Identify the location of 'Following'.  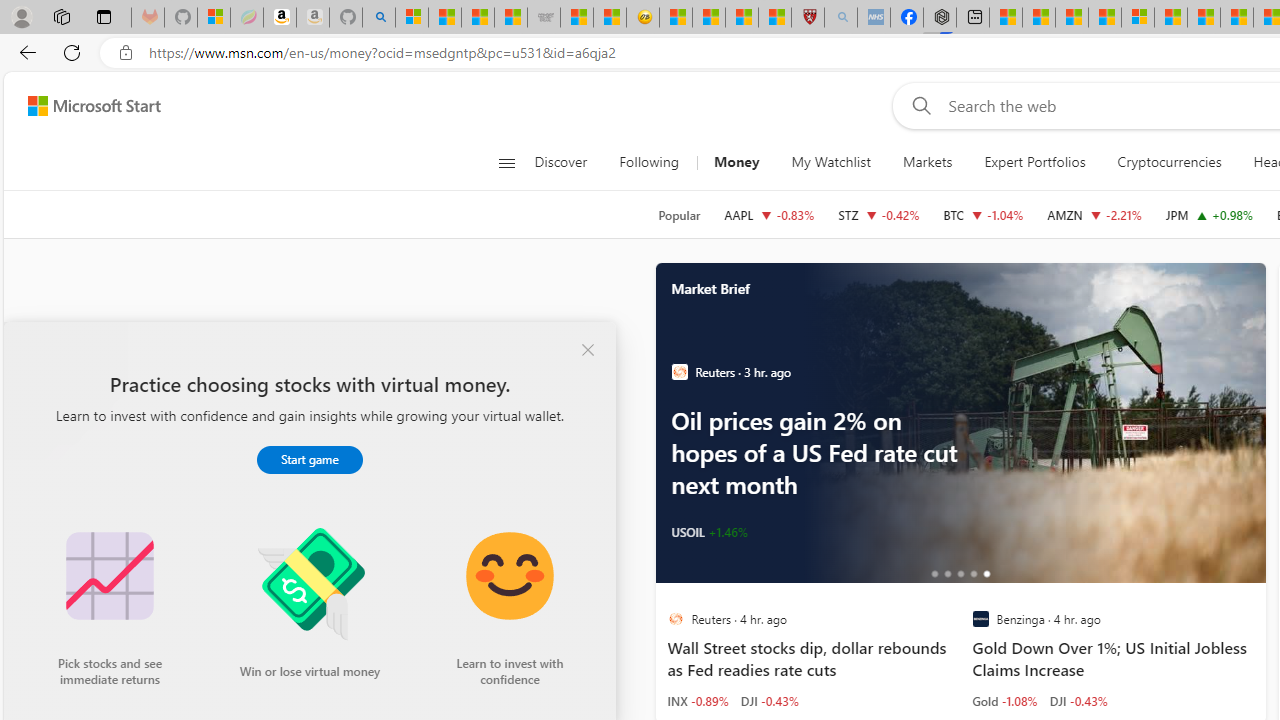
(648, 162).